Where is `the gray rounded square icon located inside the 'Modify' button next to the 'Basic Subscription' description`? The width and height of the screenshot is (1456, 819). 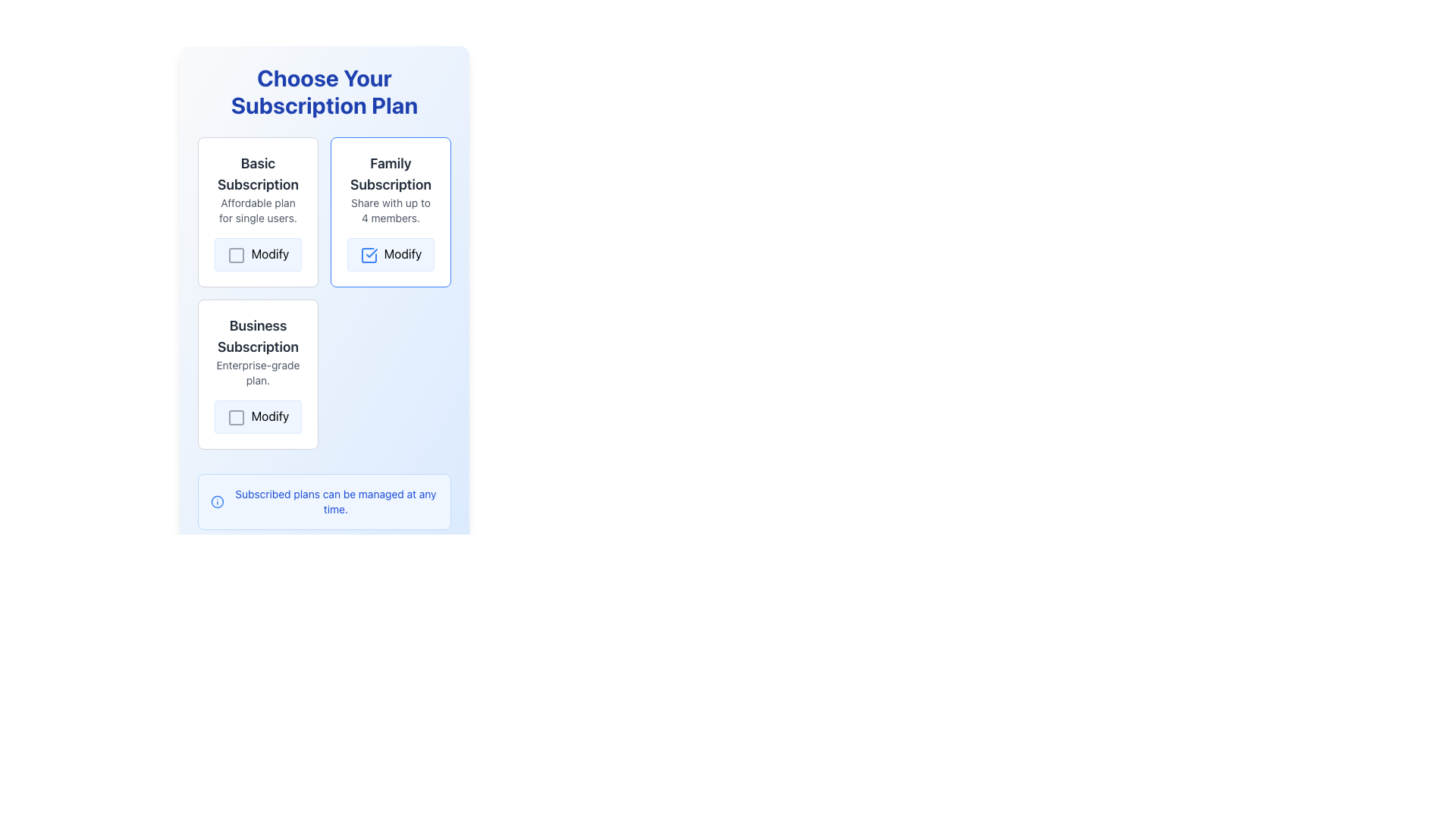 the gray rounded square icon located inside the 'Modify' button next to the 'Basic Subscription' description is located at coordinates (235, 254).